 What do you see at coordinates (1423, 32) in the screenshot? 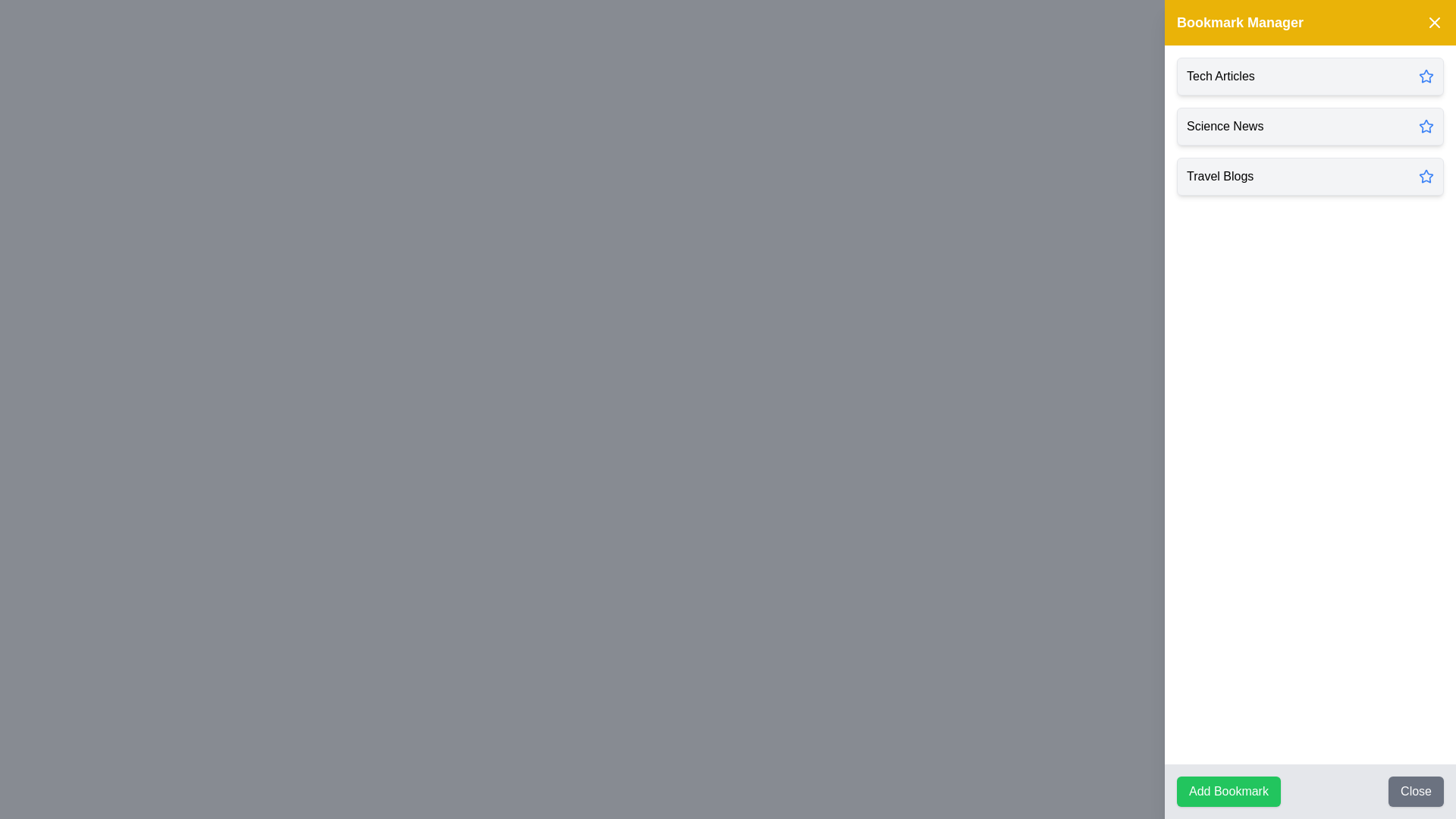
I see `the small bookmark icon located inside the floating yellow circular button in the top-right corner of the interface` at bounding box center [1423, 32].